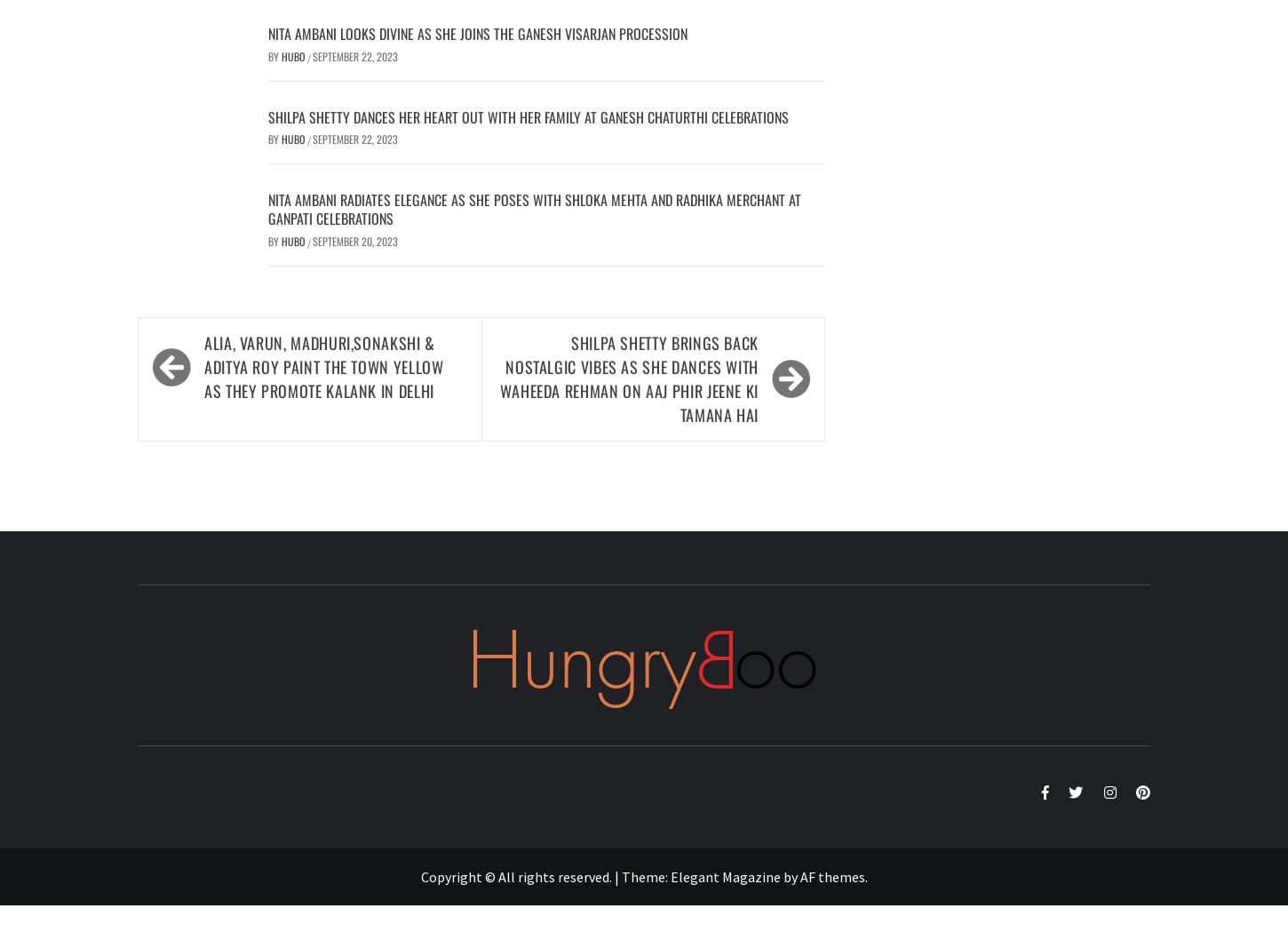  I want to click on 'Shilpa Shetty Dances Her Heart Out With Her Family At Ganesh Chaturthi Celebrations', so click(528, 116).